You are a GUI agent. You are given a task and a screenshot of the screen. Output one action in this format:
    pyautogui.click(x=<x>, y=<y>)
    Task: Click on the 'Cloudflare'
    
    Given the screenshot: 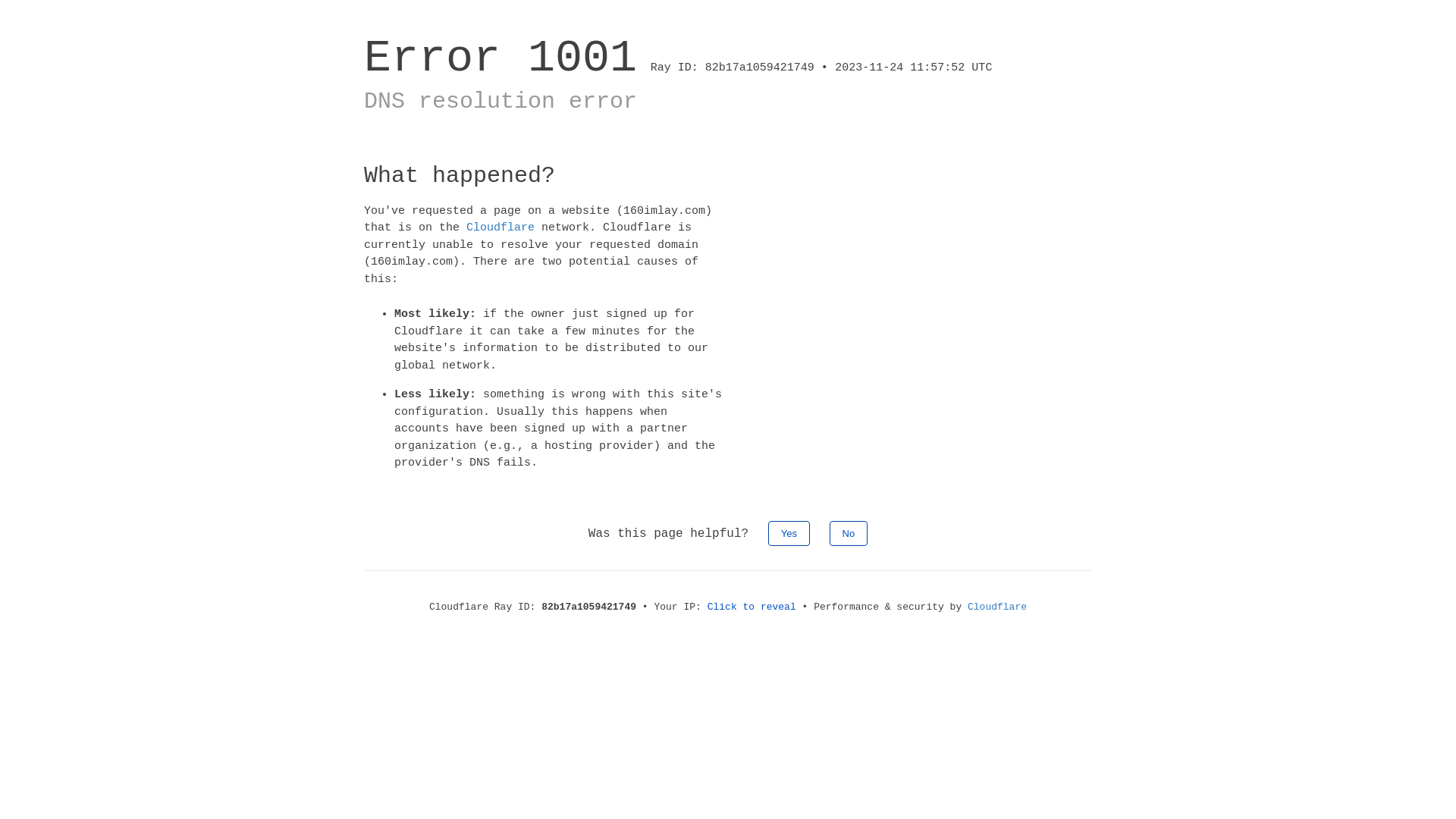 What is the action you would take?
    pyautogui.click(x=967, y=605)
    